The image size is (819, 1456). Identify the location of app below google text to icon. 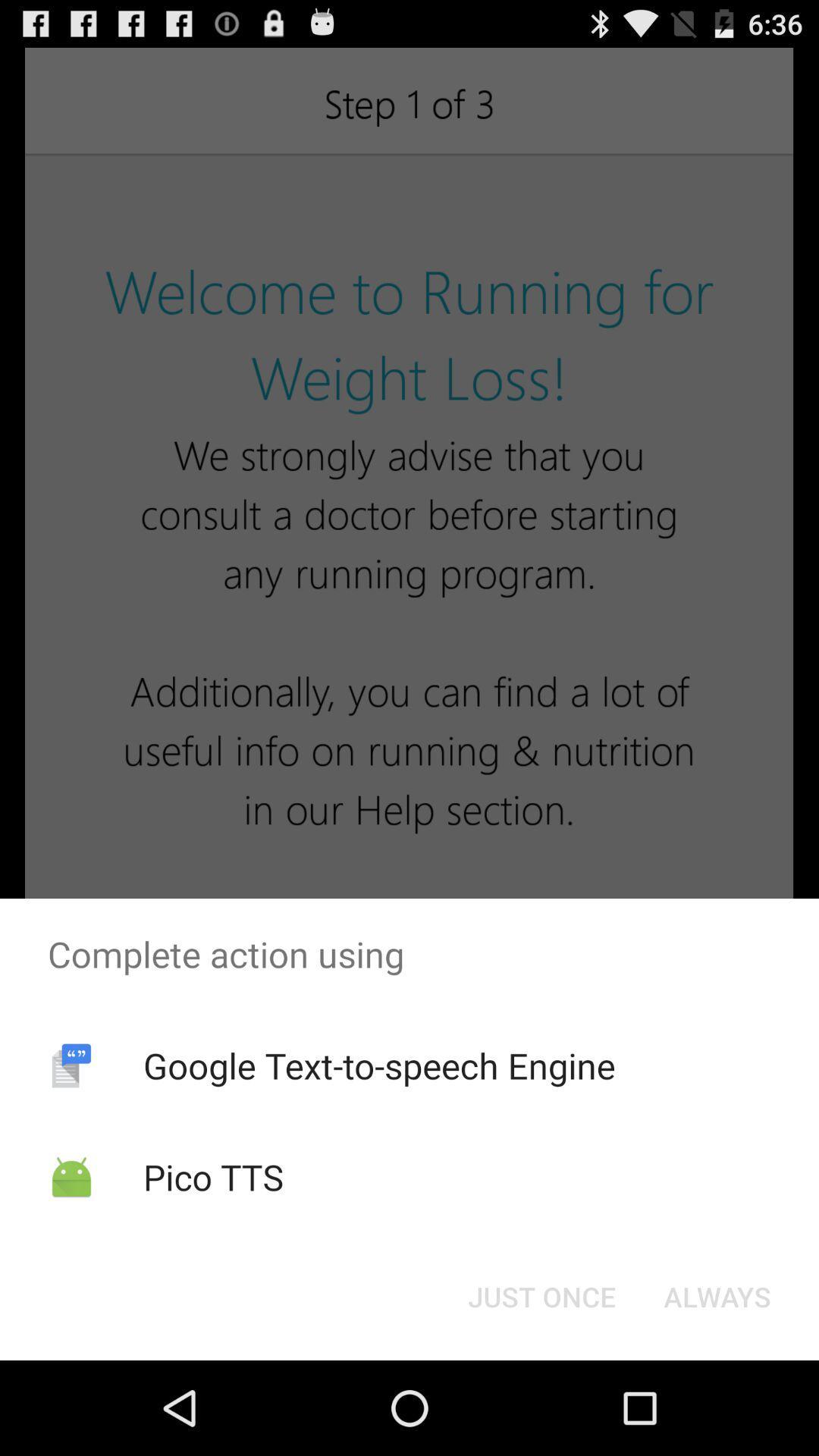
(541, 1295).